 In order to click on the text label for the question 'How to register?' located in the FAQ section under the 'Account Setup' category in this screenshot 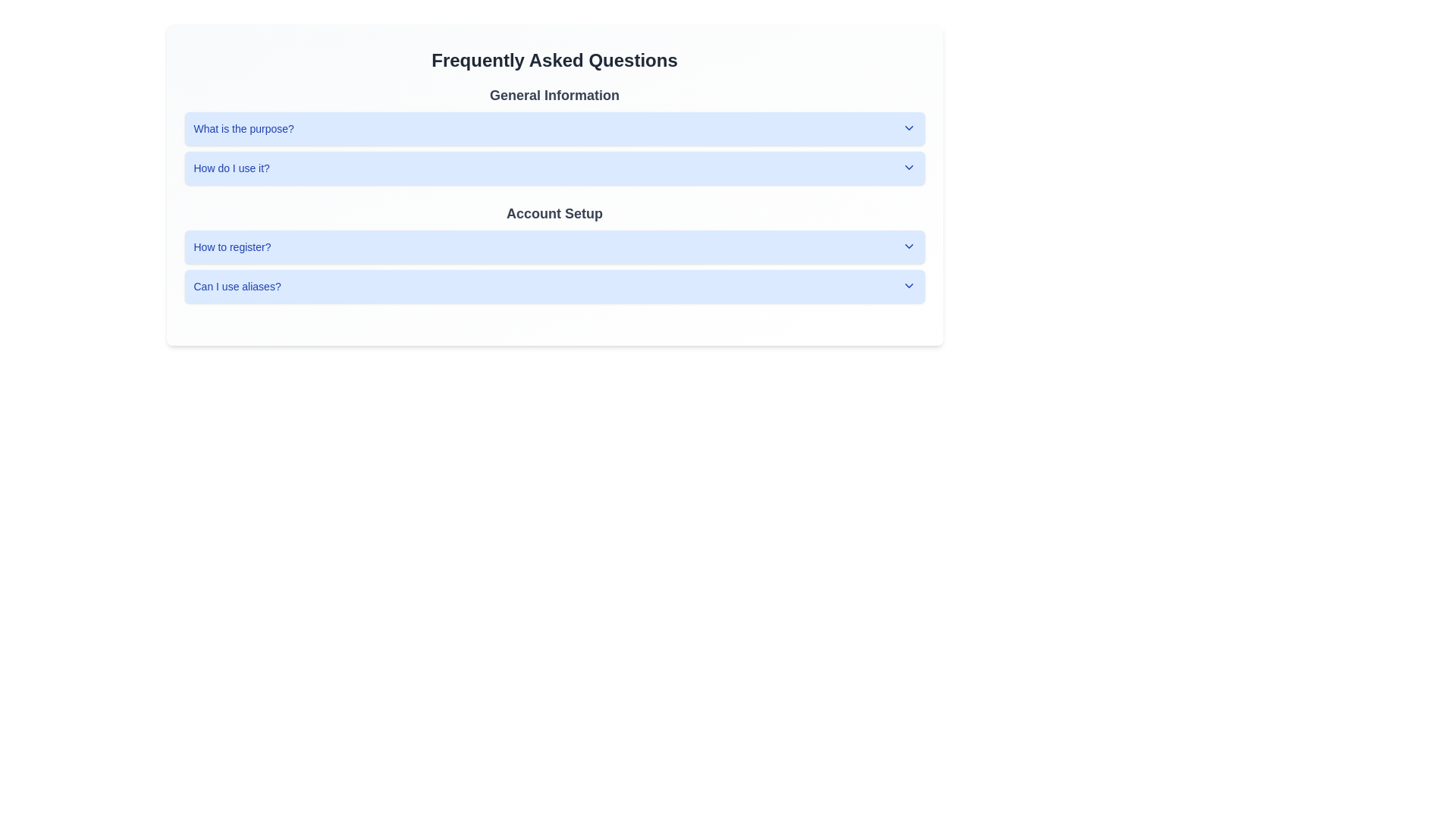, I will do `click(231, 246)`.